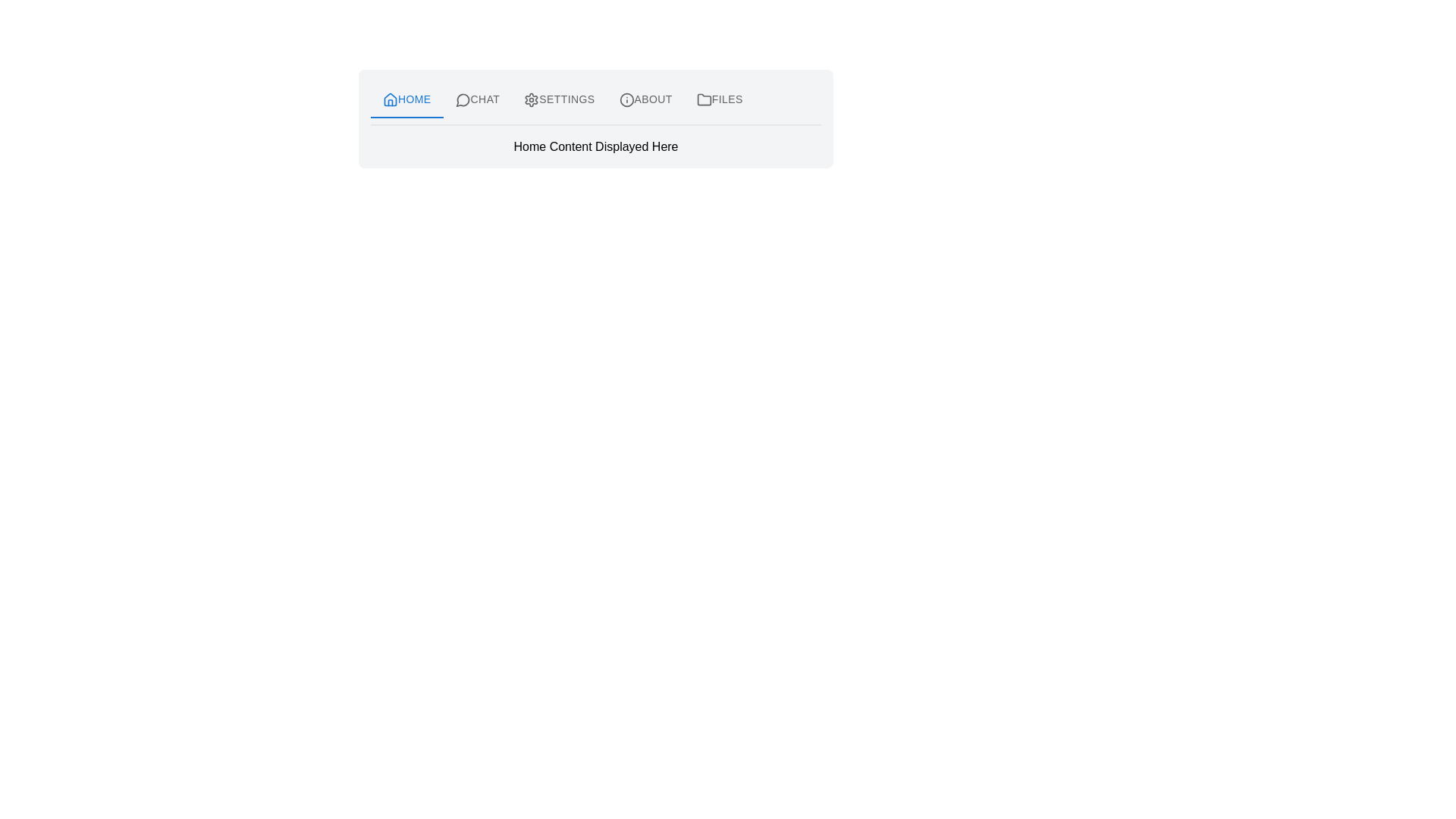  I want to click on the chat bubble icon in the navigation bar, so click(462, 99).